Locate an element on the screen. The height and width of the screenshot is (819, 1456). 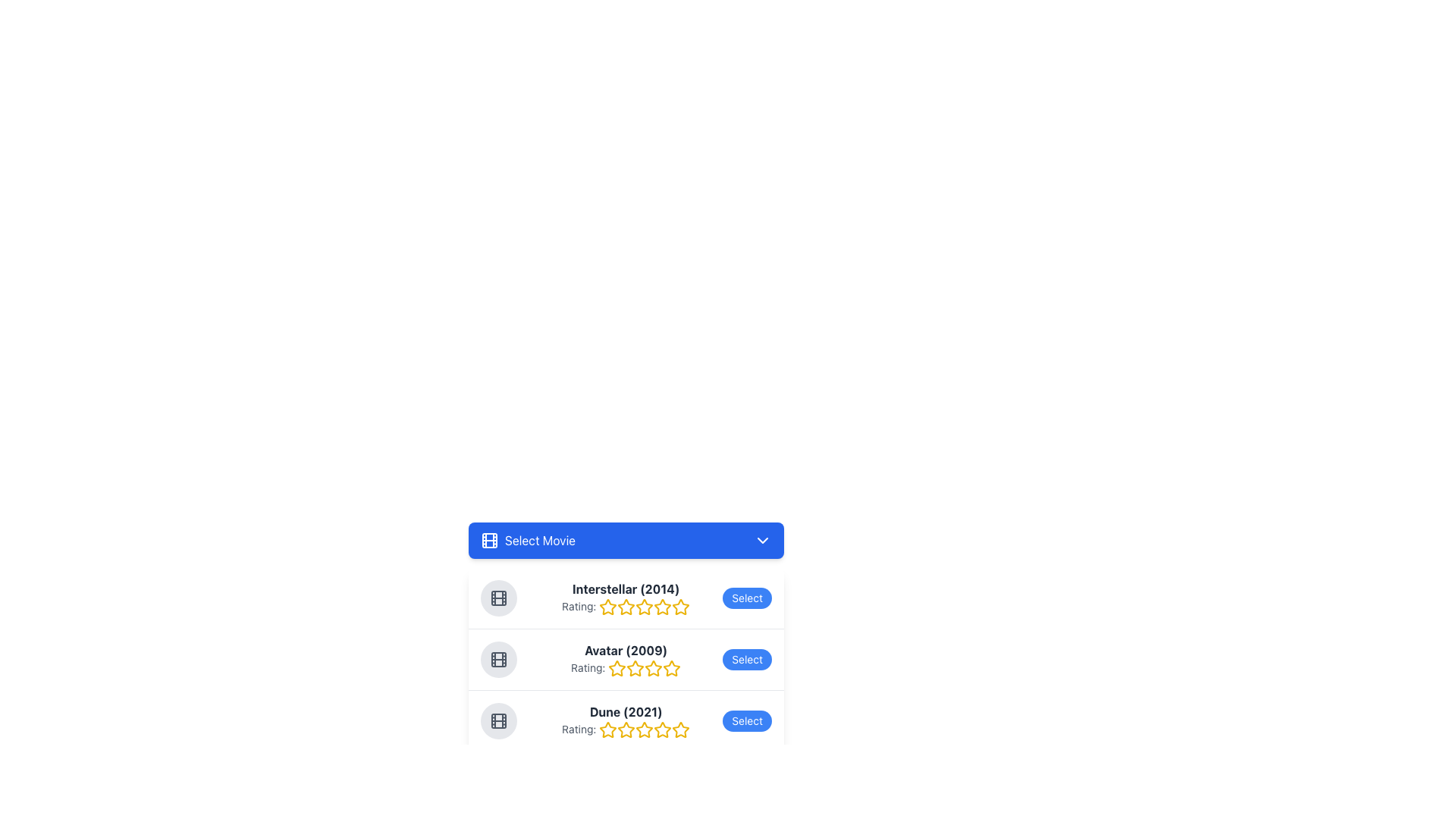
the circular icon with a gray background and film reel SVG representation located at the leftmost section of the row labeled 'Interstellar (2014) Rating:' is located at coordinates (498, 598).